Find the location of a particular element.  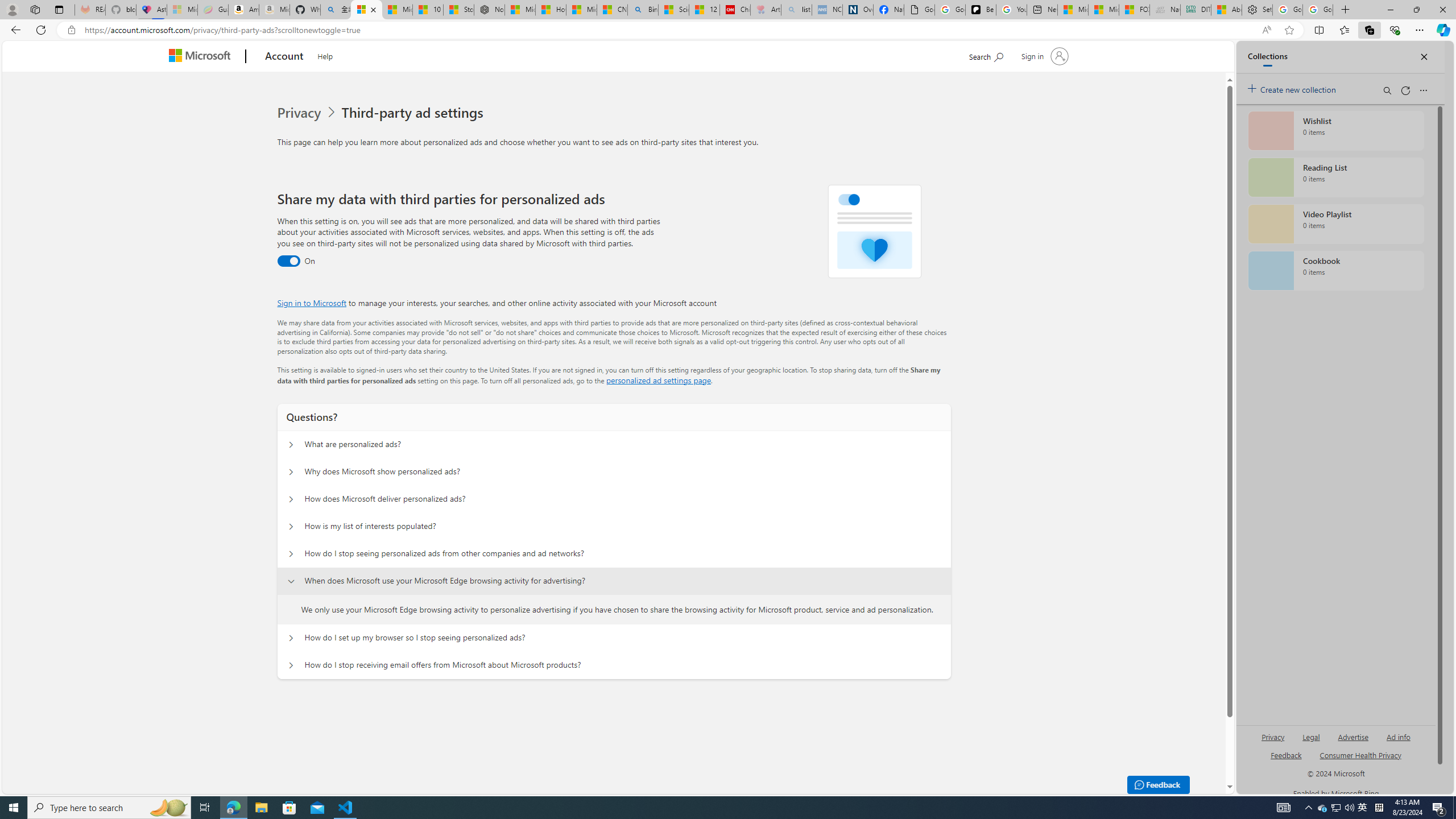

'Questions? How does Microsoft deliver personalized ads?' is located at coordinates (289, 499).